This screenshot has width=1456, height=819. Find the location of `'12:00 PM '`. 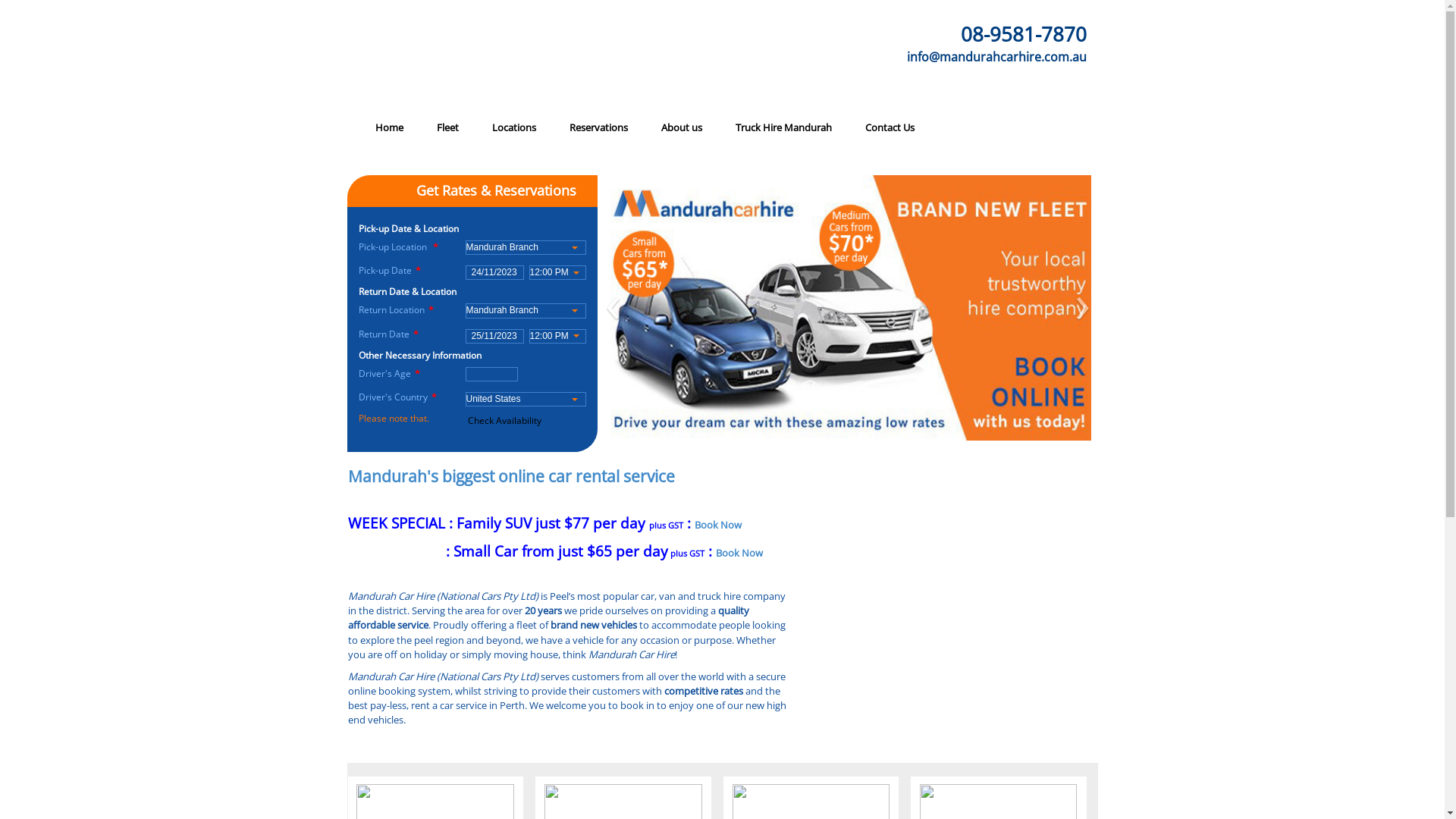

'12:00 PM ' is located at coordinates (556, 335).